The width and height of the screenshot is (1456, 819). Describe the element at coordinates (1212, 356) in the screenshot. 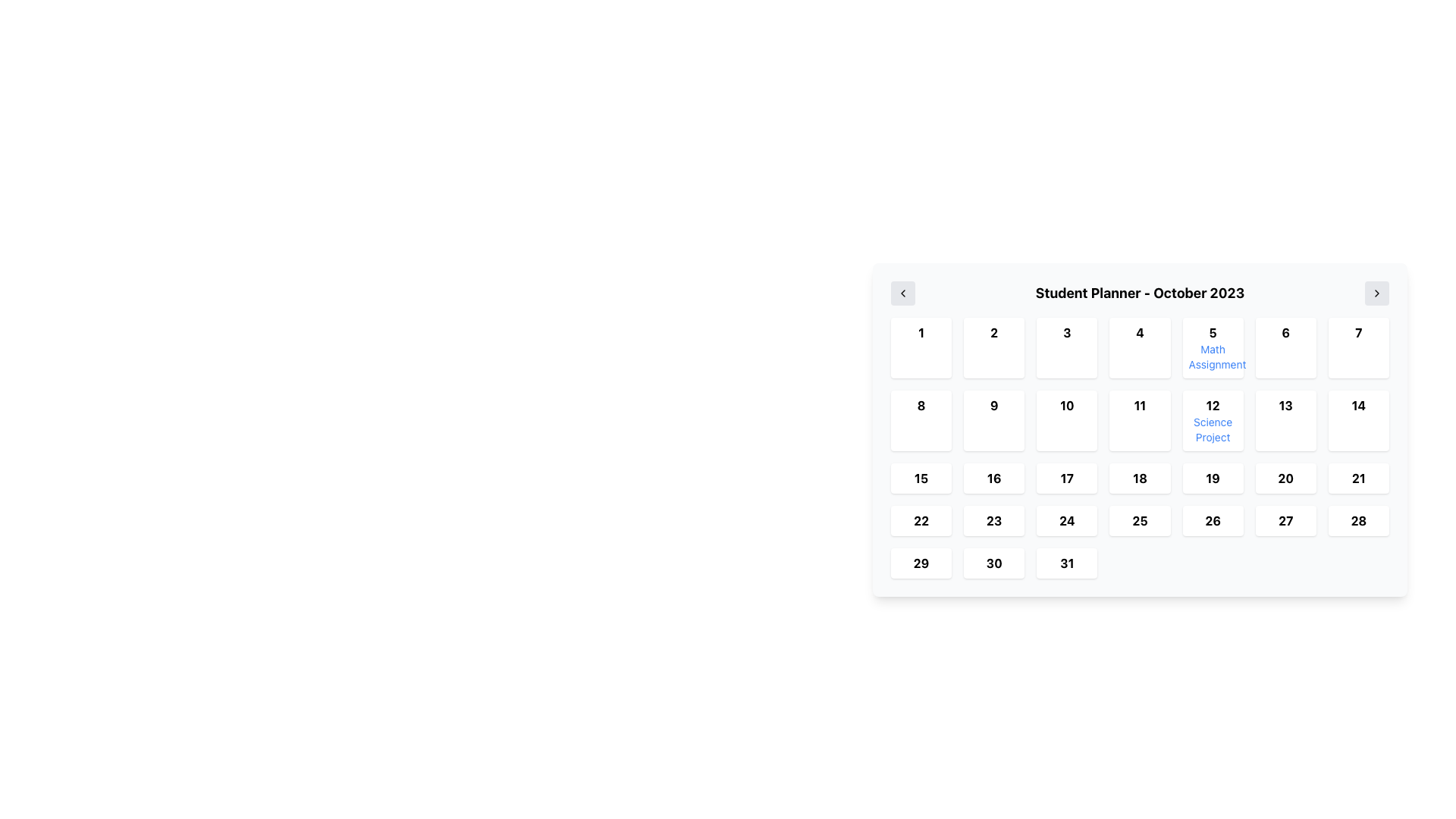

I see `text label displaying 'Math Assignment' which is styled in blue and positioned below the day number '5' in the calendar grid of the 'Student Planner - October 2023'` at that location.